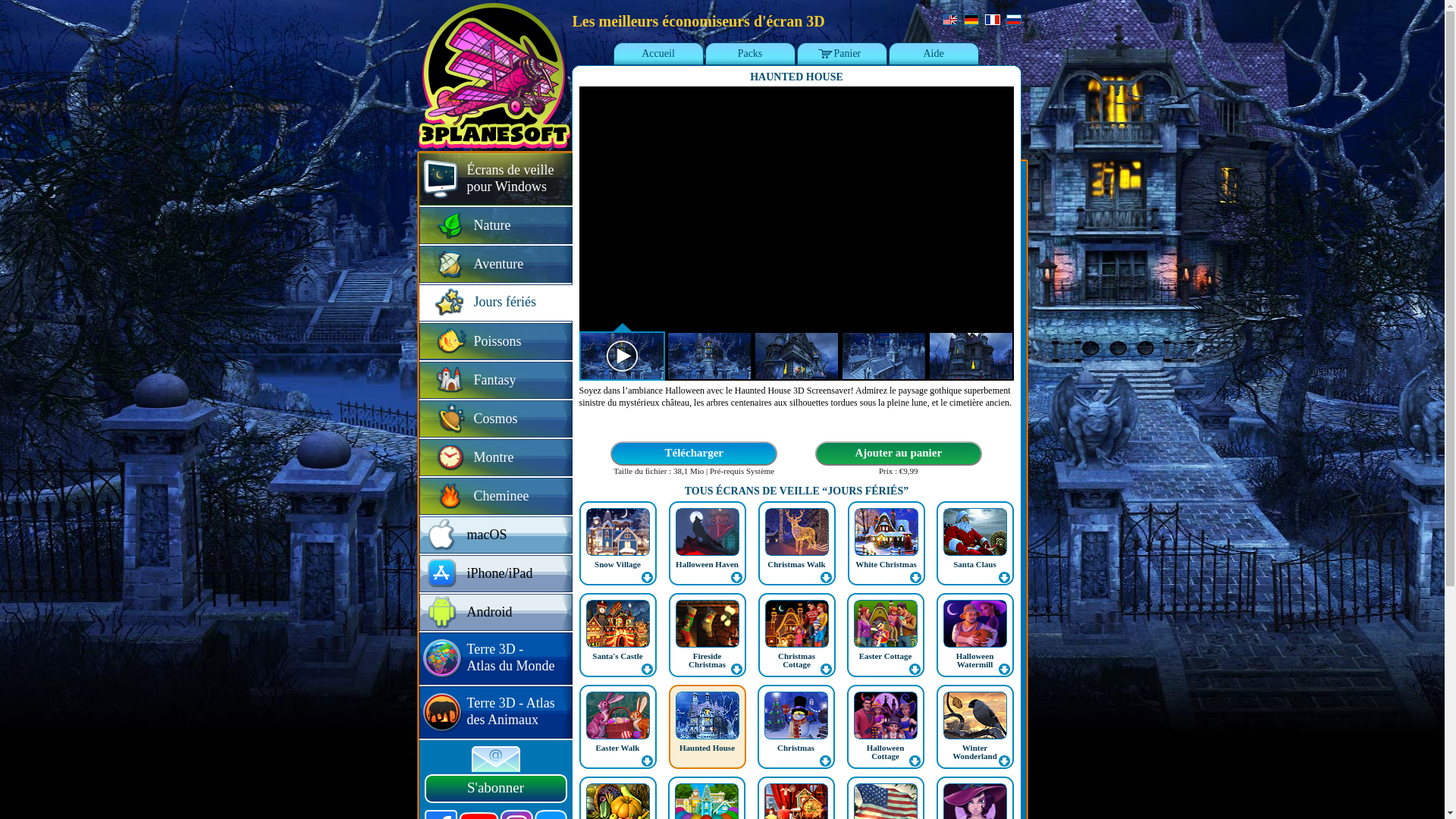  Describe the element at coordinates (885, 752) in the screenshot. I see `'Halloween Cottage'` at that location.